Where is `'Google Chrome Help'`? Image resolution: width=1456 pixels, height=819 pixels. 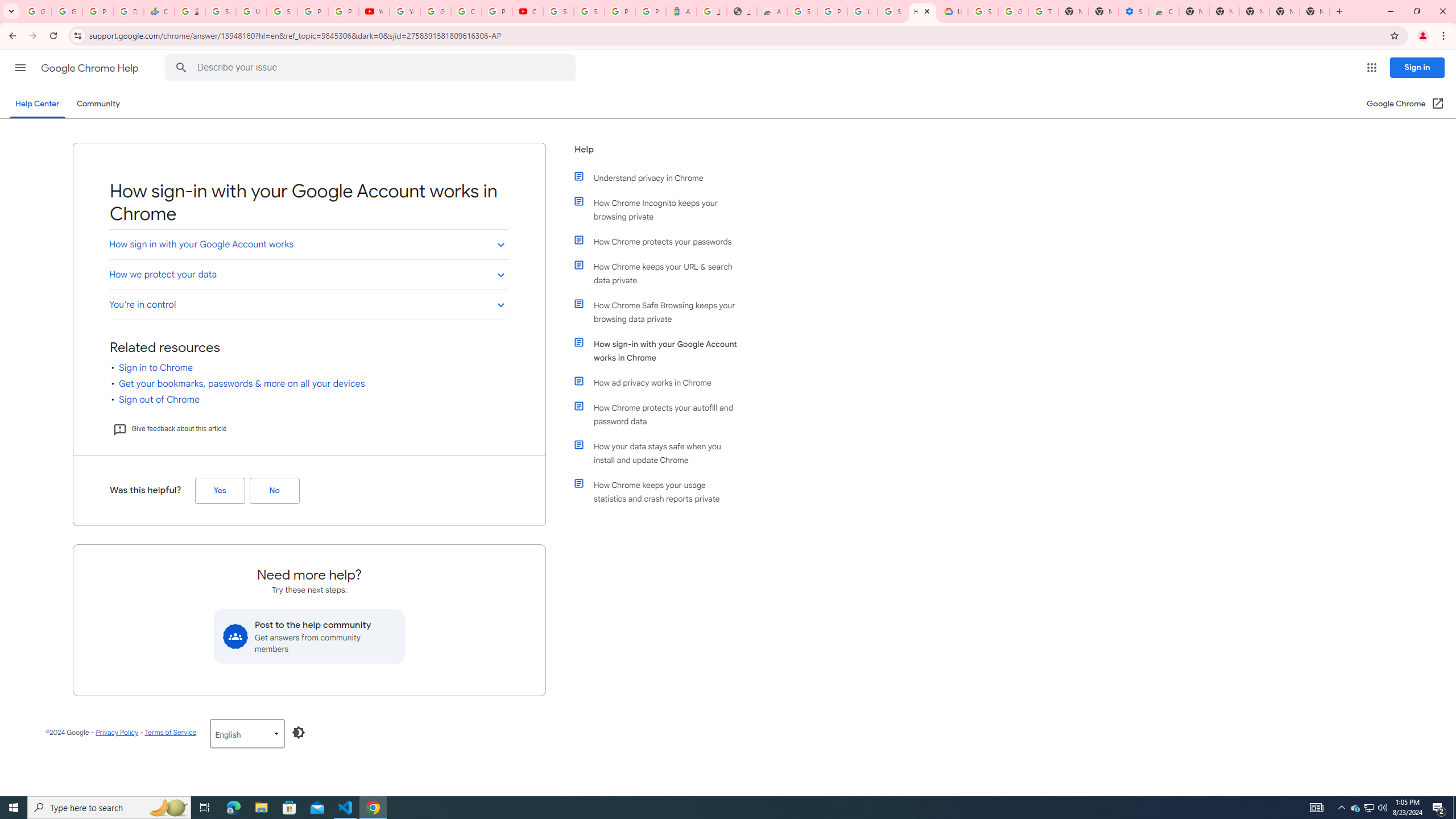
'Google Chrome Help' is located at coordinates (90, 68).